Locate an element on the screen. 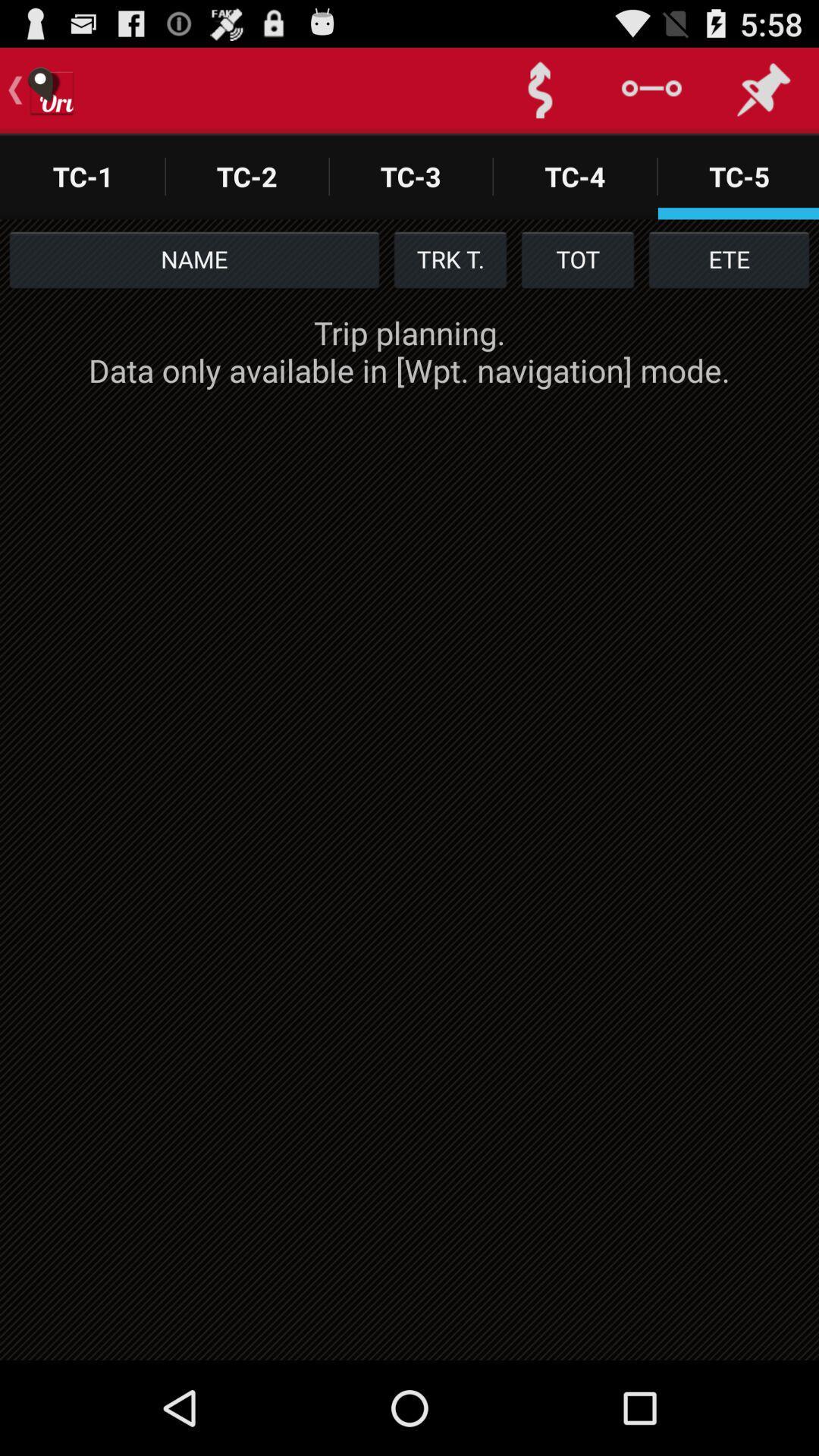 This screenshot has height=1456, width=819. trk t. item is located at coordinates (450, 259).